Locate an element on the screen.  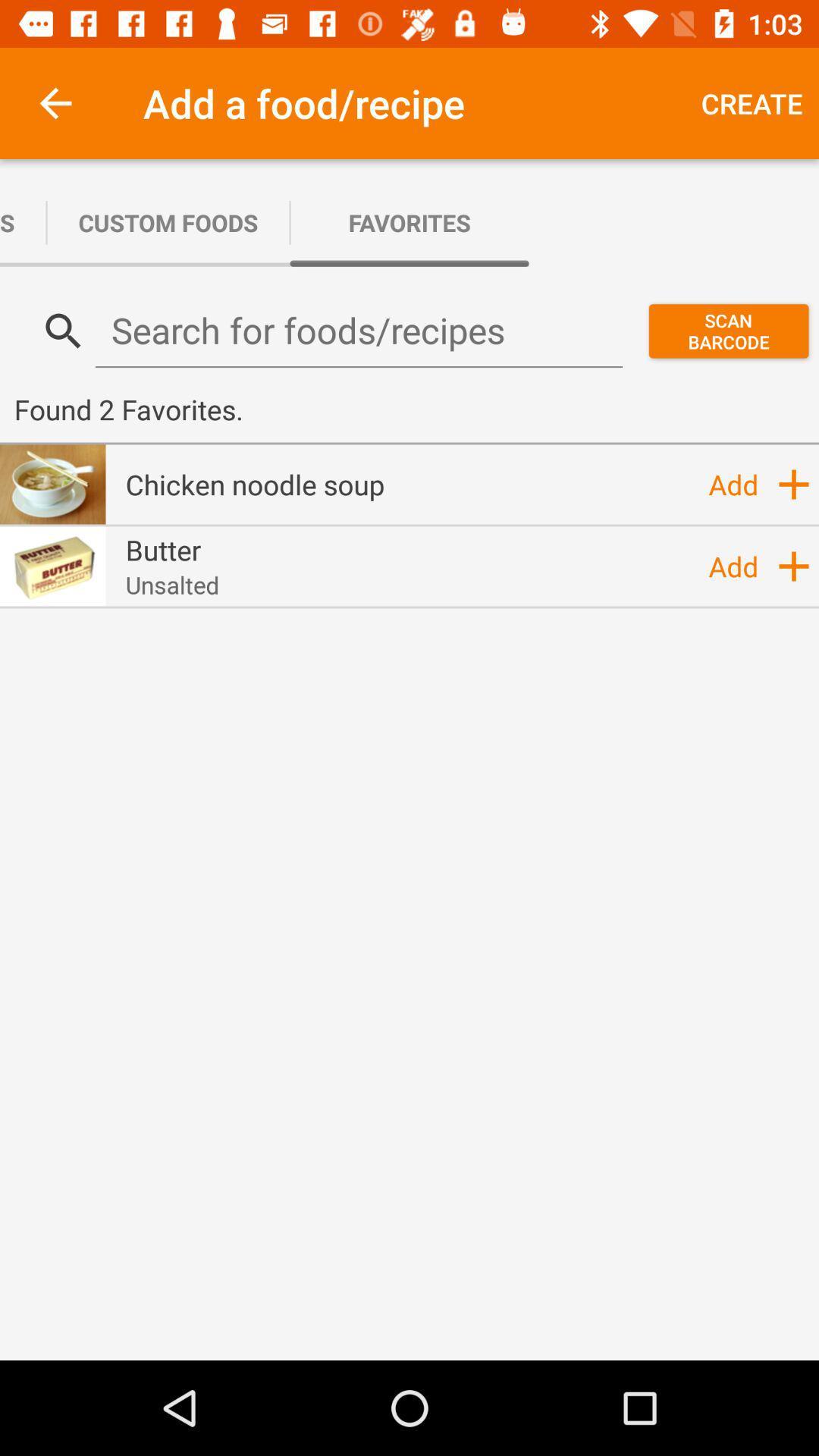
the icon to the left of add item is located at coordinates (171, 584).